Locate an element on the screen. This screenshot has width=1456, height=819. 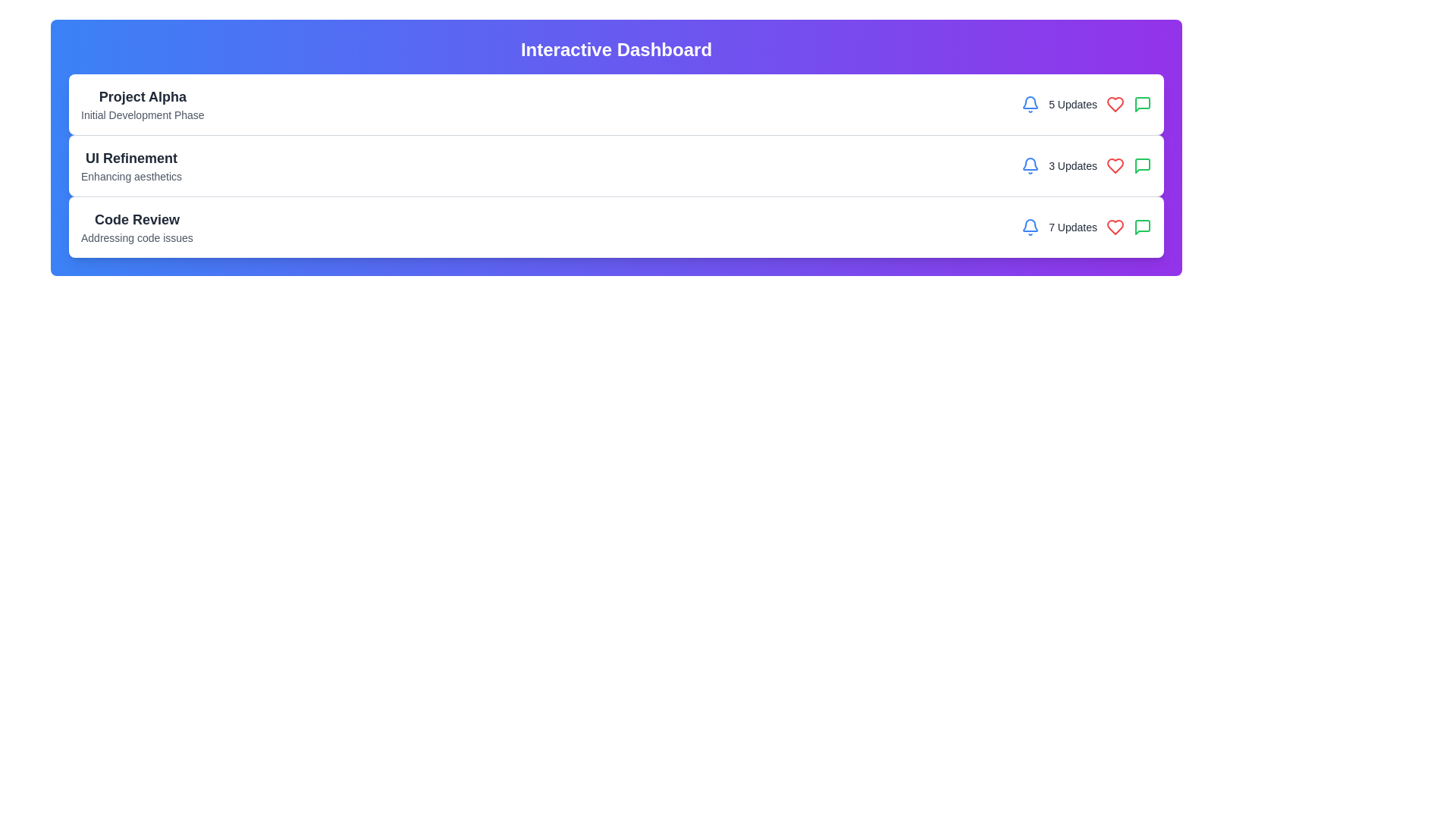
the text element displaying 'Enhancing aesthetics' in smaller, gray-colored font, which is styled as a subheading beneath the title 'UI Refinement' is located at coordinates (131, 175).